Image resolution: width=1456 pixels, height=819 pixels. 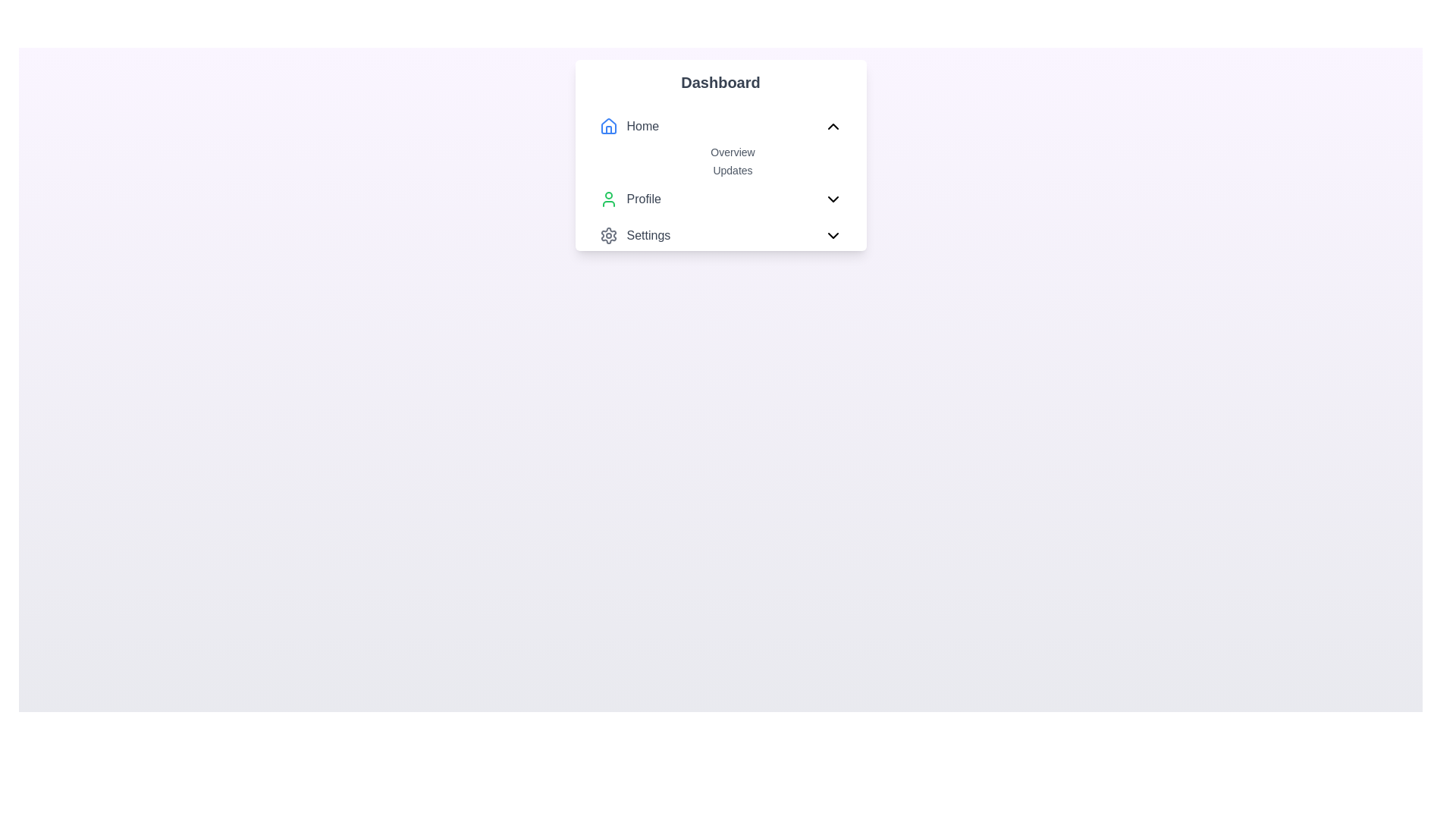 What do you see at coordinates (642, 125) in the screenshot?
I see `the 'Home' text label` at bounding box center [642, 125].